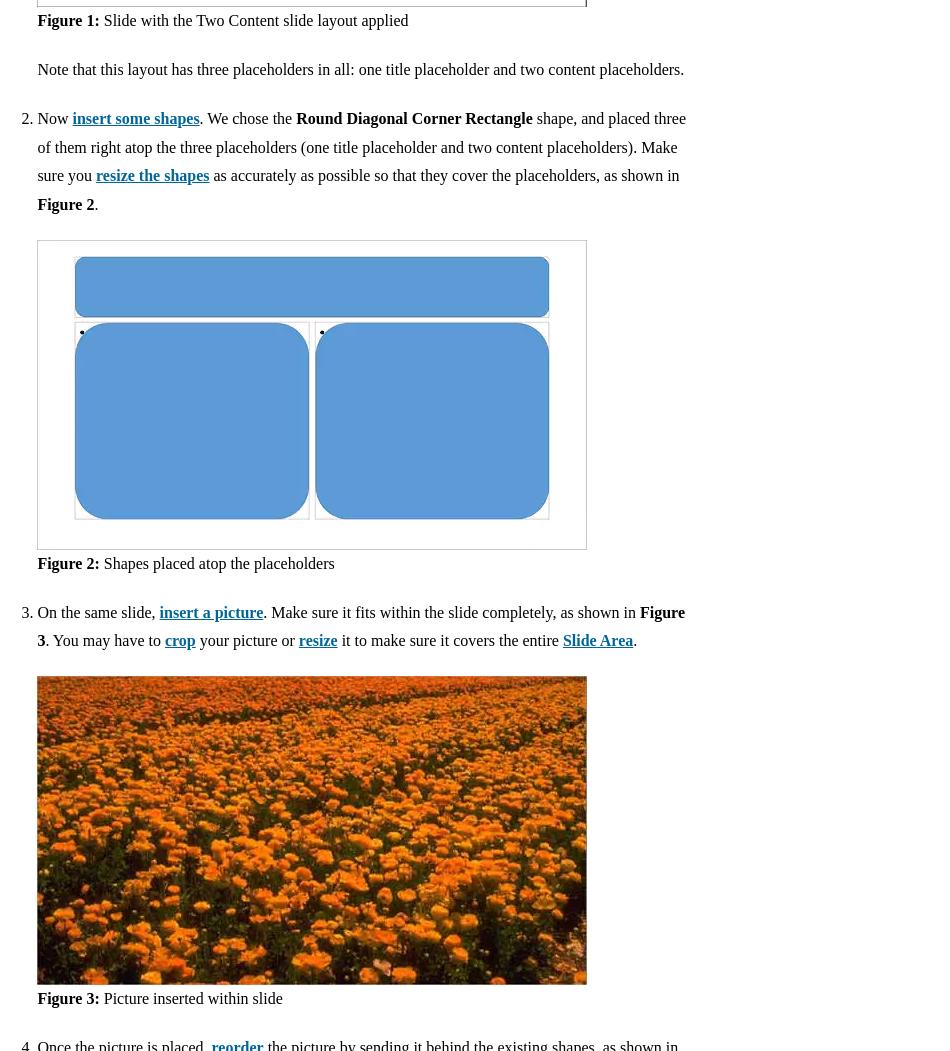  Describe the element at coordinates (96, 175) in the screenshot. I see `'resize the shapes'` at that location.